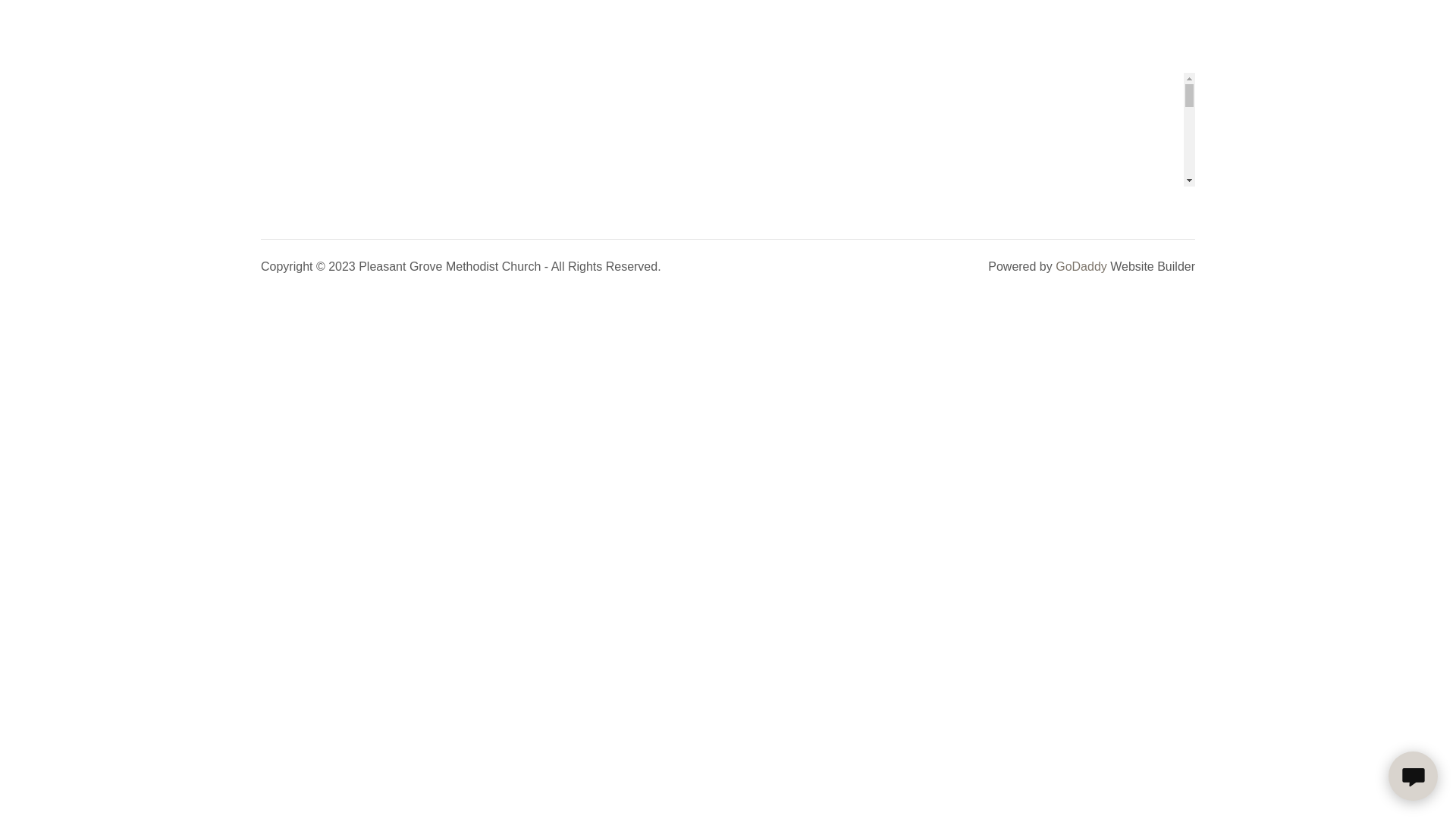  I want to click on 'GoDaddy', so click(1080, 265).